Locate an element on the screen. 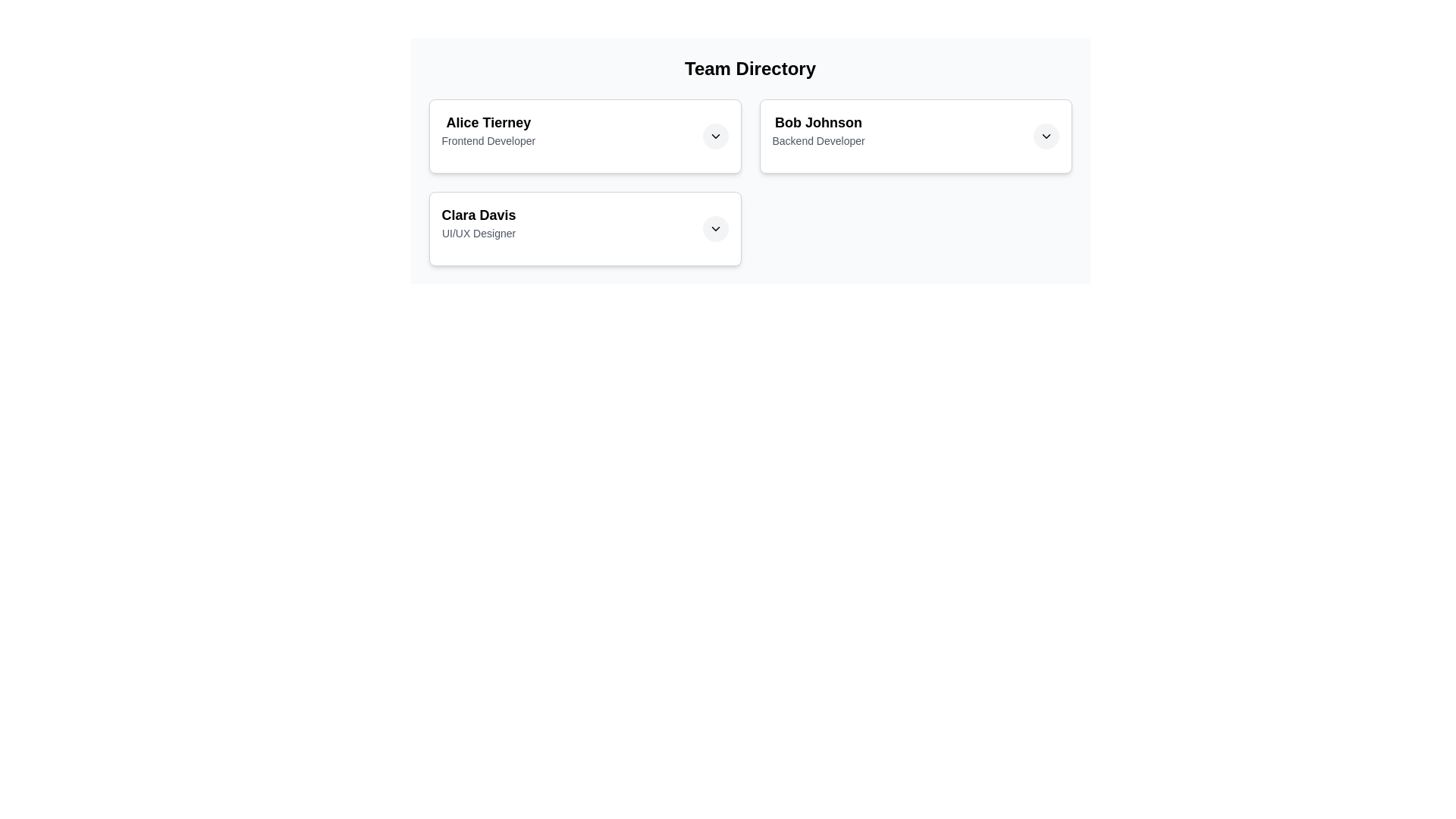 This screenshot has width=1456, height=819. the dropdown trigger button located in the top-right corner of the card associated with 'Alice Tierney - Frontend Developer' is located at coordinates (714, 136).